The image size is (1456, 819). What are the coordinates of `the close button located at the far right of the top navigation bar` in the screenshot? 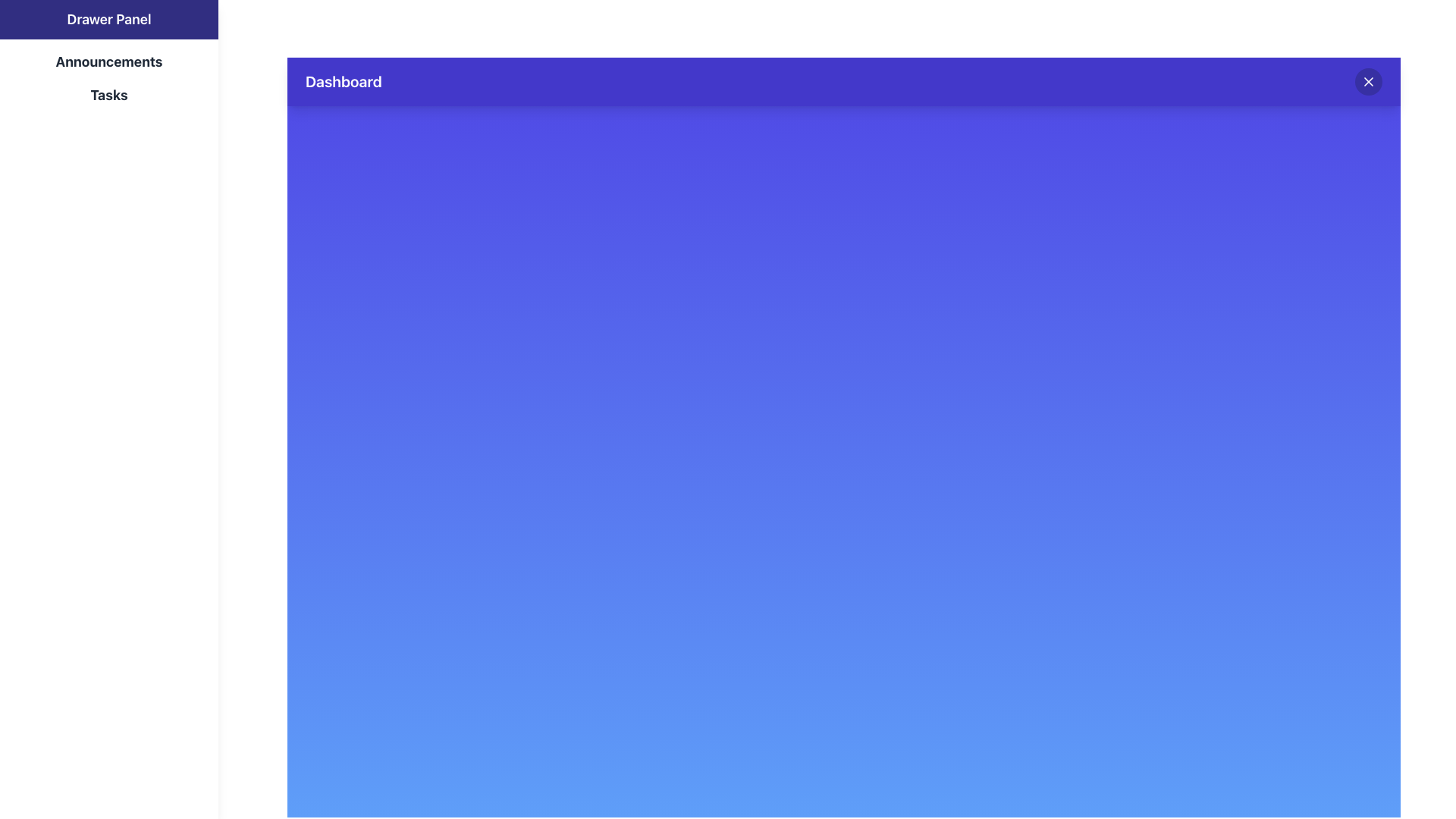 It's located at (1368, 82).